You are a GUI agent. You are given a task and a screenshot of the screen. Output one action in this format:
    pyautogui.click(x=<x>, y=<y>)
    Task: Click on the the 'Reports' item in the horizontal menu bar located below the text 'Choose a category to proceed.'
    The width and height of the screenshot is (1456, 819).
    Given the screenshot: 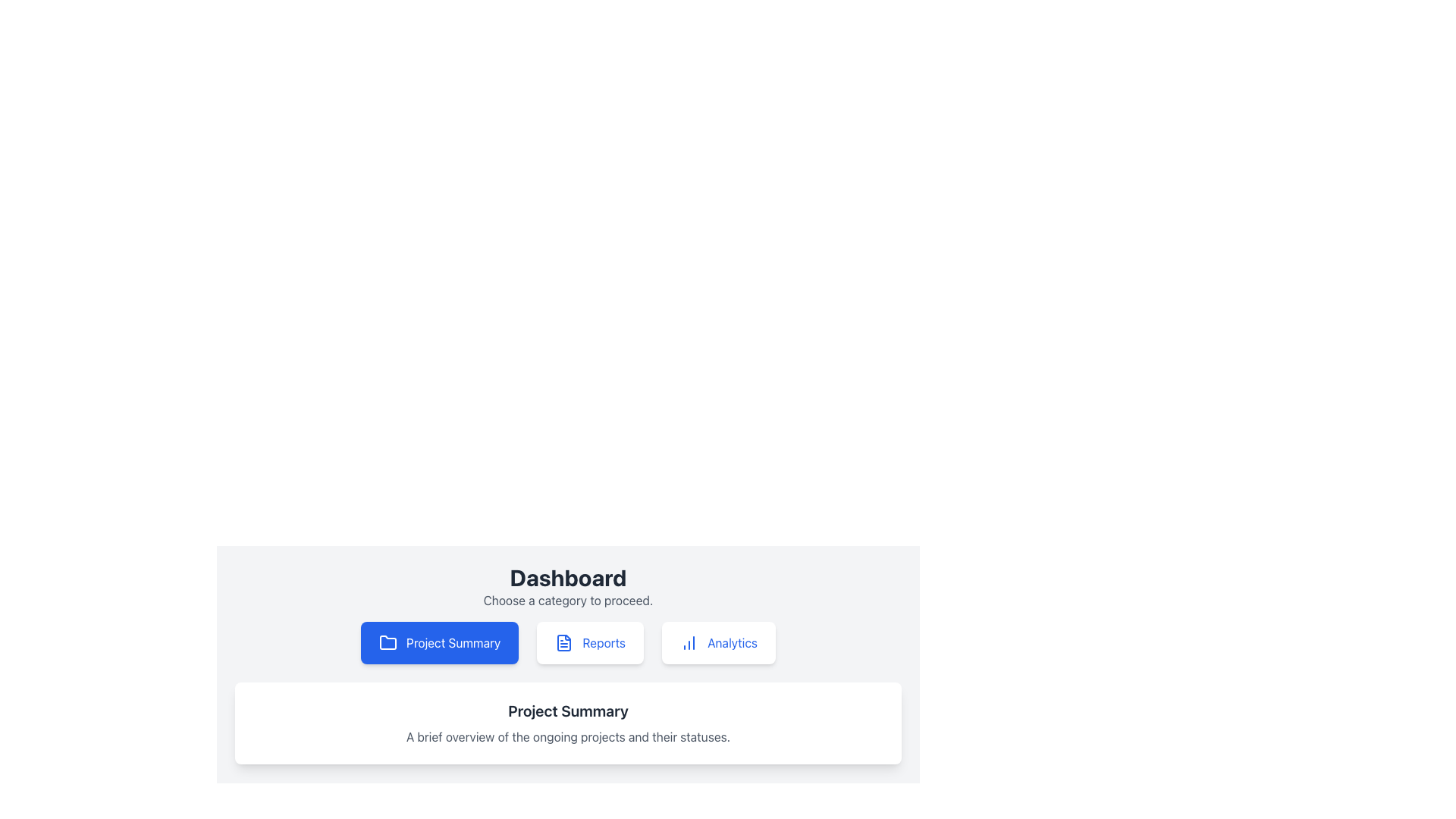 What is the action you would take?
    pyautogui.click(x=567, y=643)
    